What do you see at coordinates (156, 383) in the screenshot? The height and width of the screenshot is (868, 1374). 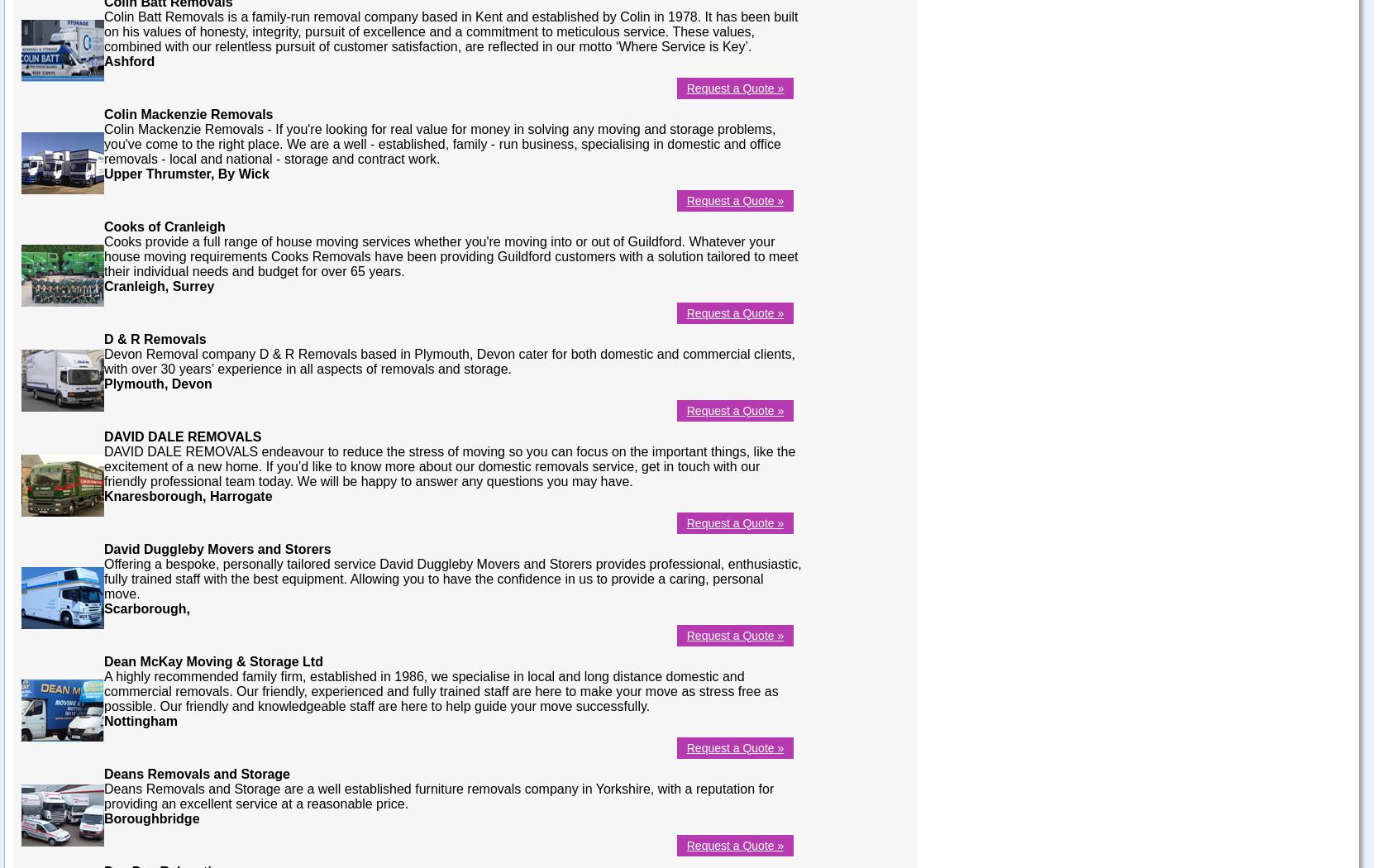 I see `'Plymouth, Devon'` at bounding box center [156, 383].